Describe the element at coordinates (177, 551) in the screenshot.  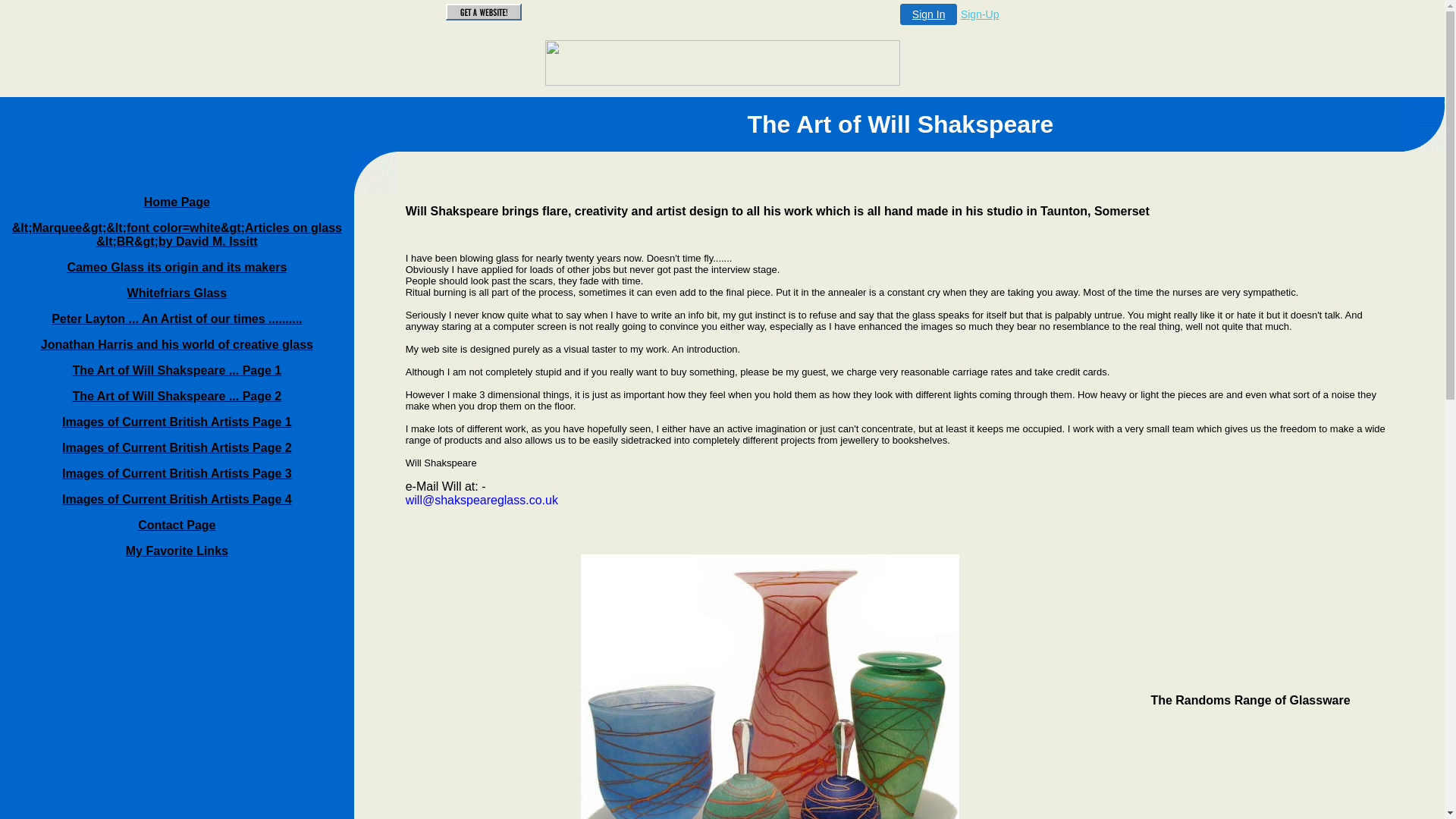
I see `'My Favorite Links'` at that location.